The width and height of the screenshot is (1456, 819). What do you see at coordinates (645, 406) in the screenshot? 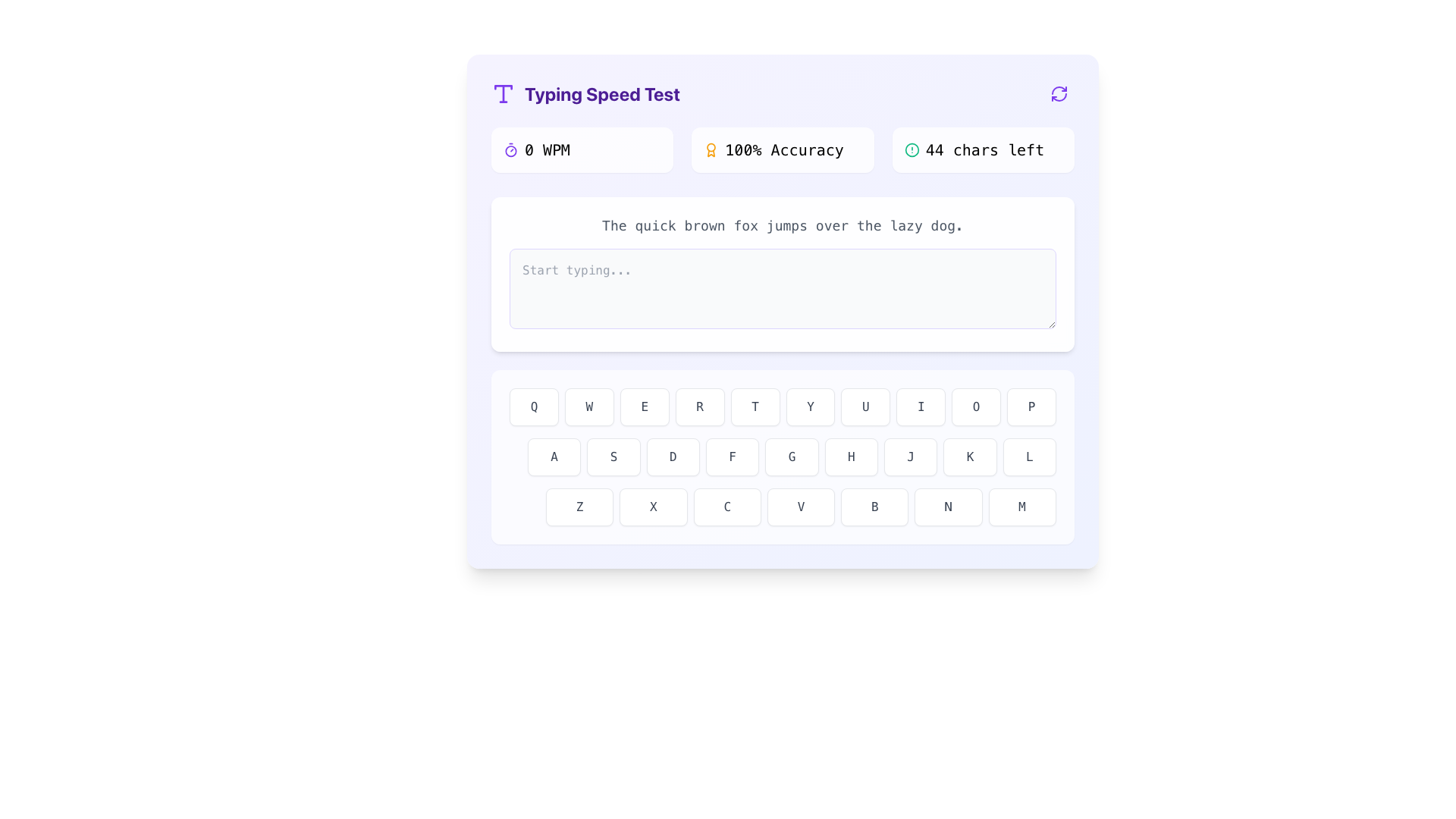
I see `the 'E' button on the virtual keyboard to simulate a key press` at bounding box center [645, 406].